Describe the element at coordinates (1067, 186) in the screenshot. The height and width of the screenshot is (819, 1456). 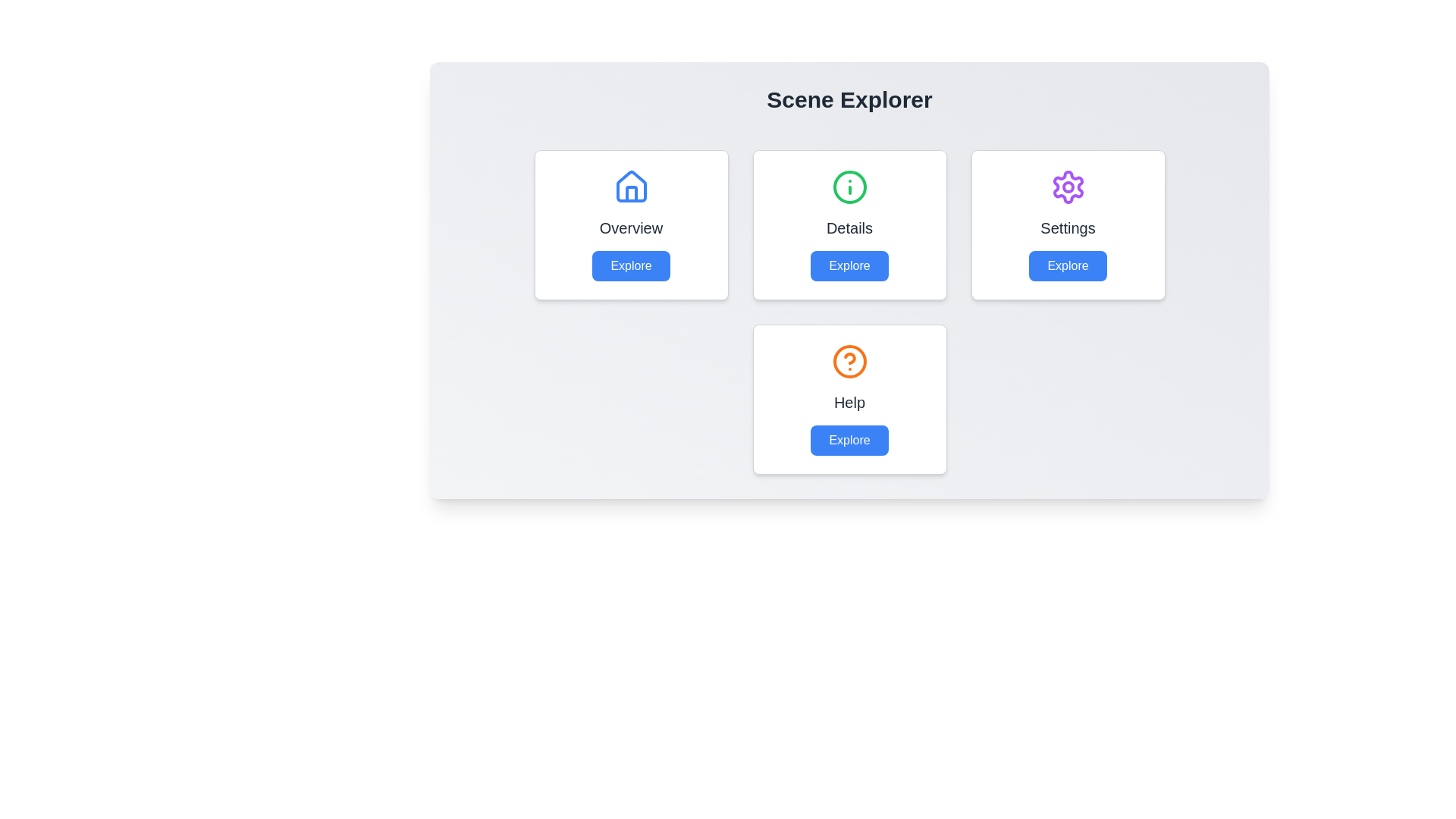
I see `the SVG Circle Element that is part of the gear icon in the top-right corner of the 'Settings' group of icons in the 'Scene Explorer' interface` at that location.